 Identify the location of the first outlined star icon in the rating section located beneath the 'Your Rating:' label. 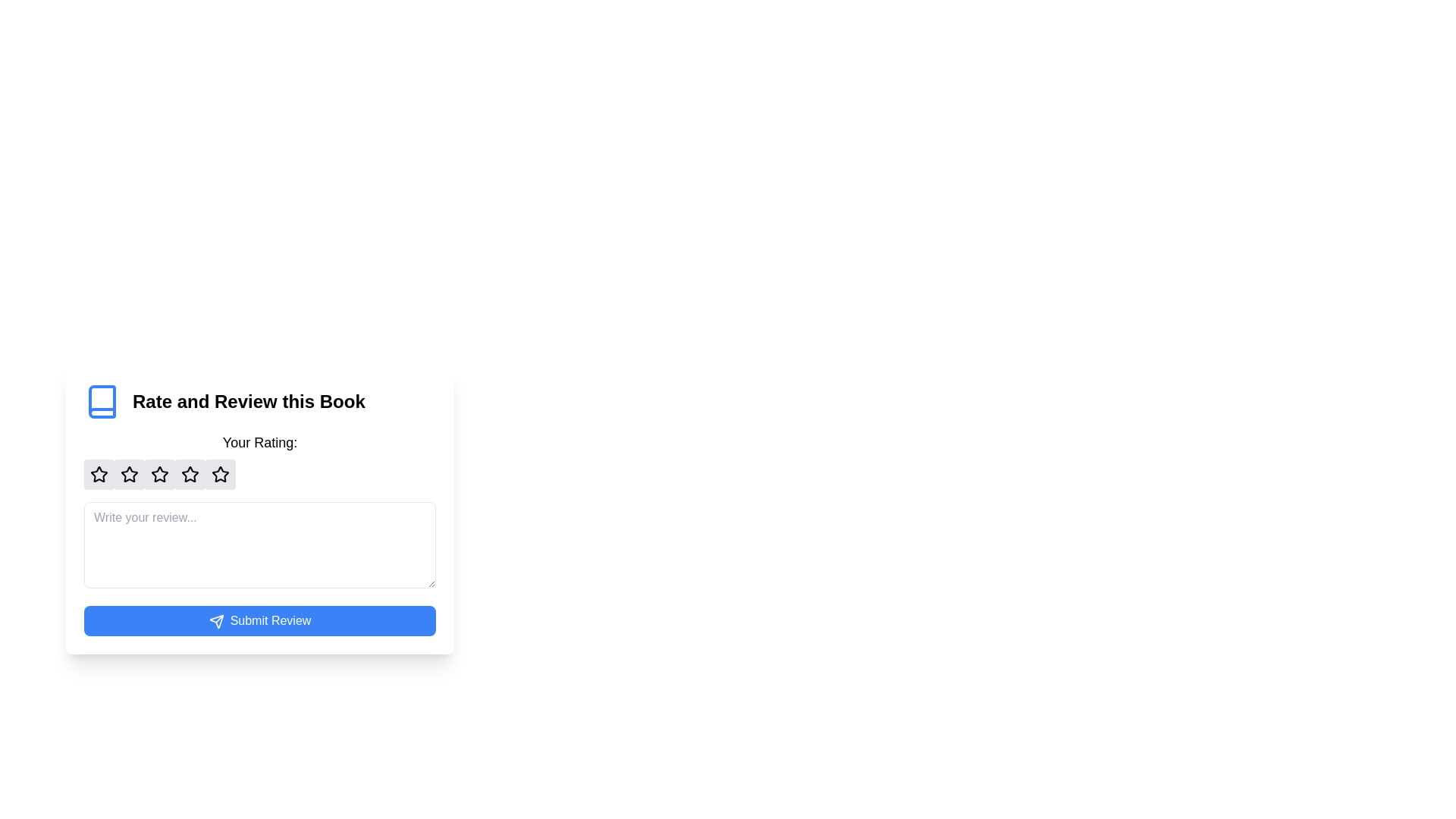
(98, 473).